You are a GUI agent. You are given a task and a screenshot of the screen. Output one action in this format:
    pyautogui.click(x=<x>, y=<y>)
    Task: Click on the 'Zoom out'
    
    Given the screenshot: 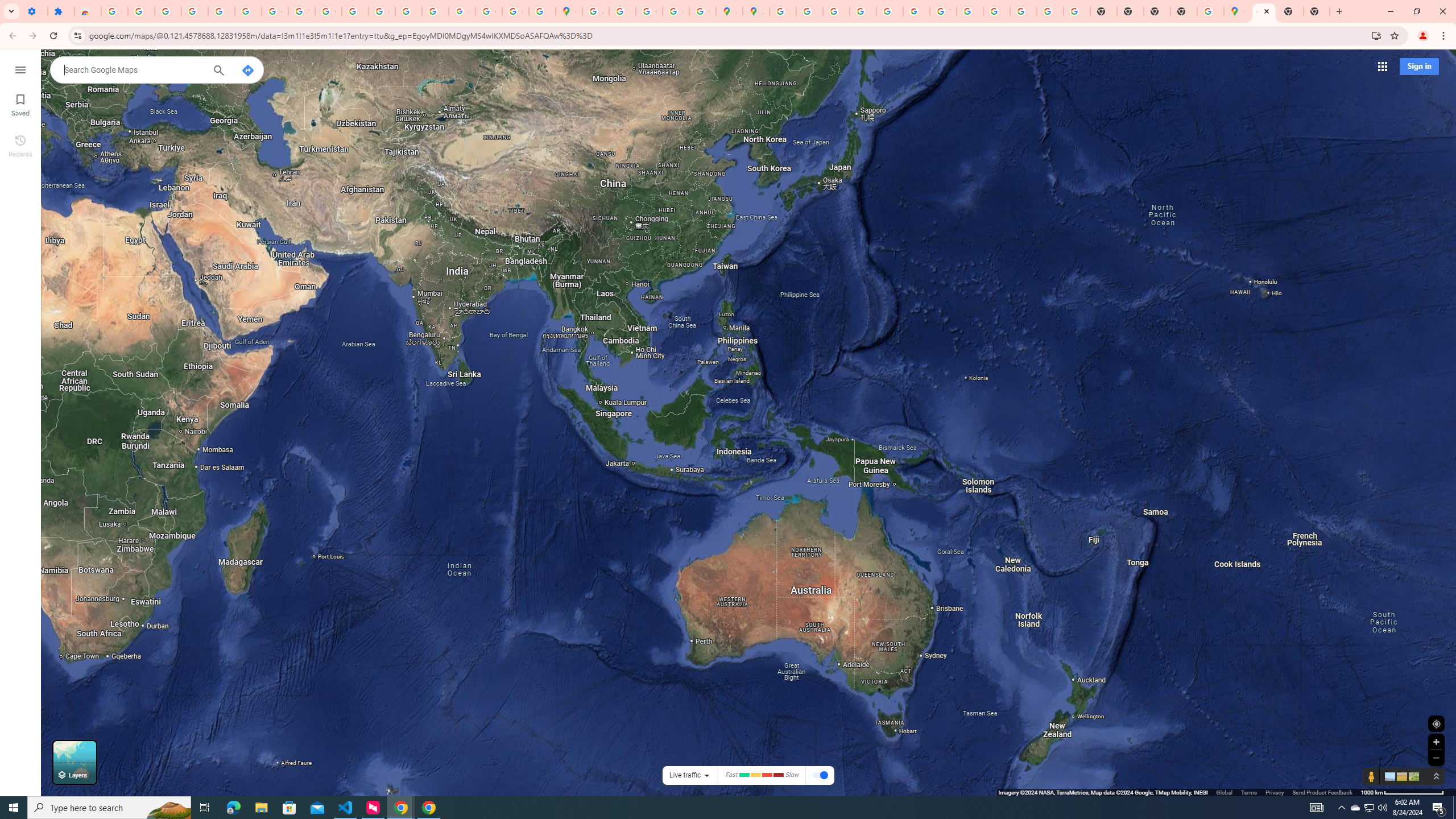 What is the action you would take?
    pyautogui.click(x=1436, y=758)
    